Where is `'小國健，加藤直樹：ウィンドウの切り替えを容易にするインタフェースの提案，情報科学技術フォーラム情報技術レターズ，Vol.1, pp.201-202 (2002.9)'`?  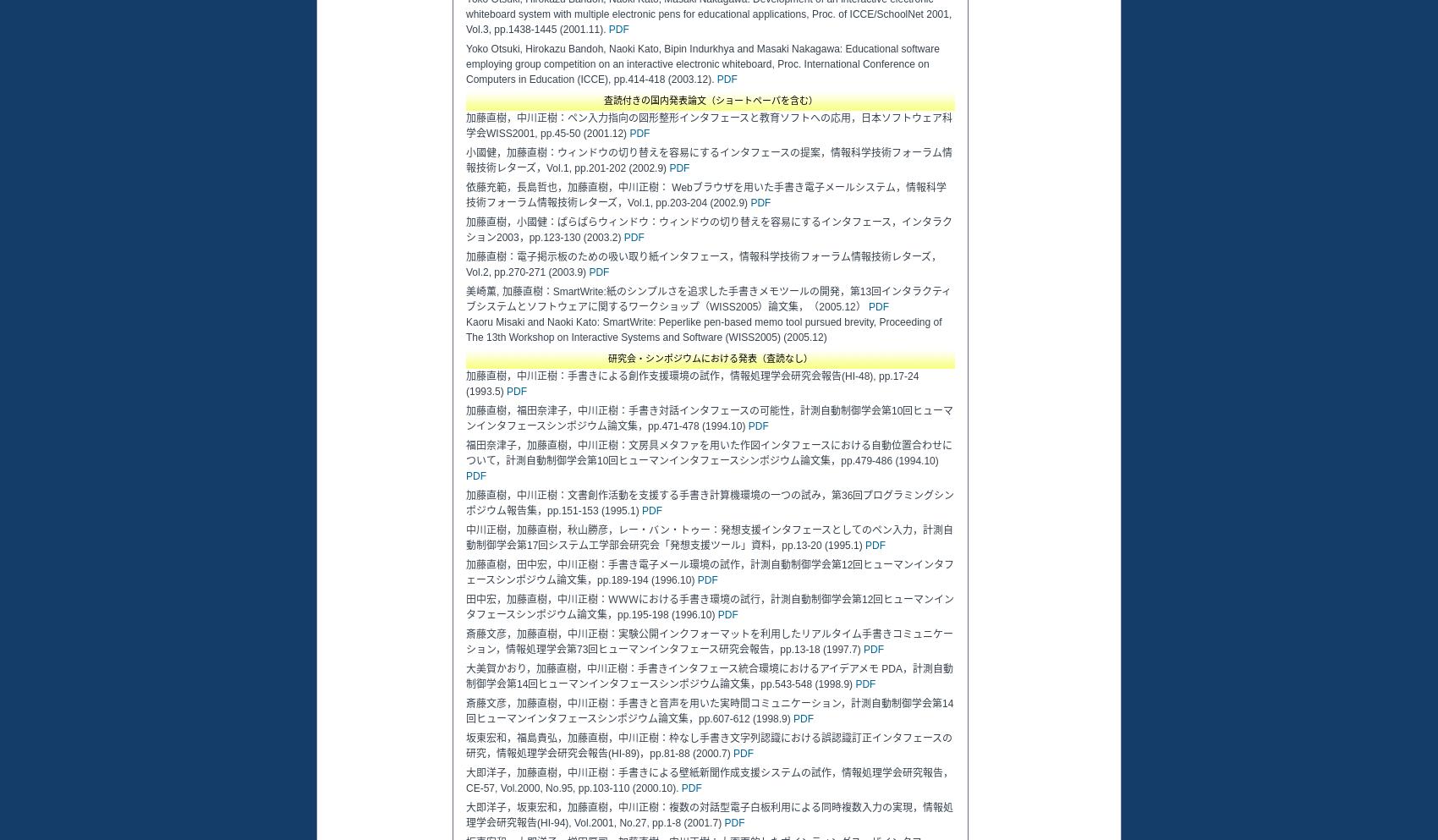 '小國健，加藤直樹：ウィンドウの切り替えを容易にするインタフェースの提案，情報科学技術フォーラム情報技術レターズ，Vol.1, pp.201-202 (2002.9)' is located at coordinates (464, 159).